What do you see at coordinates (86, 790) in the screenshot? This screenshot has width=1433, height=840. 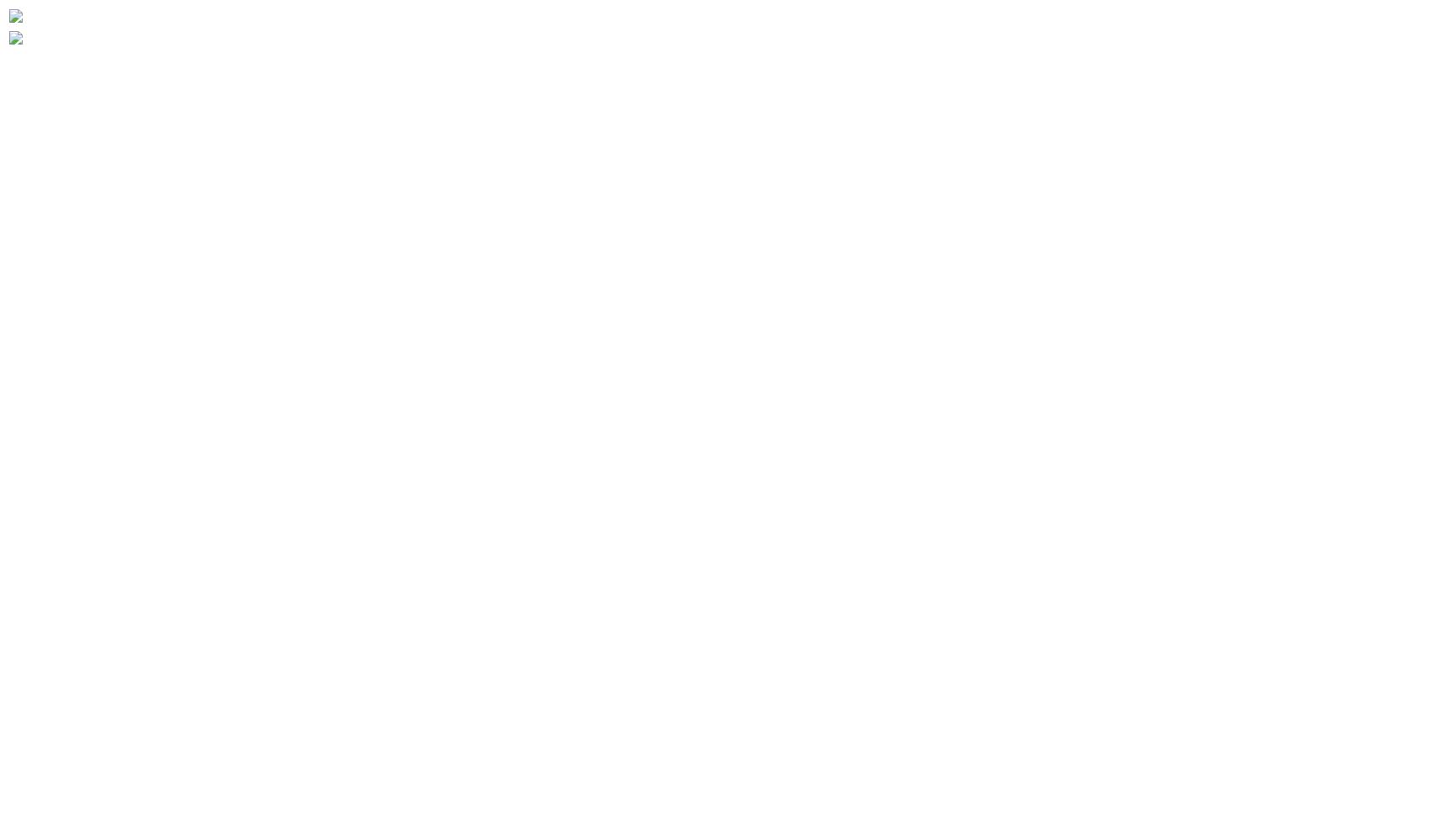 I see `'Buildings Discussion'` at bounding box center [86, 790].